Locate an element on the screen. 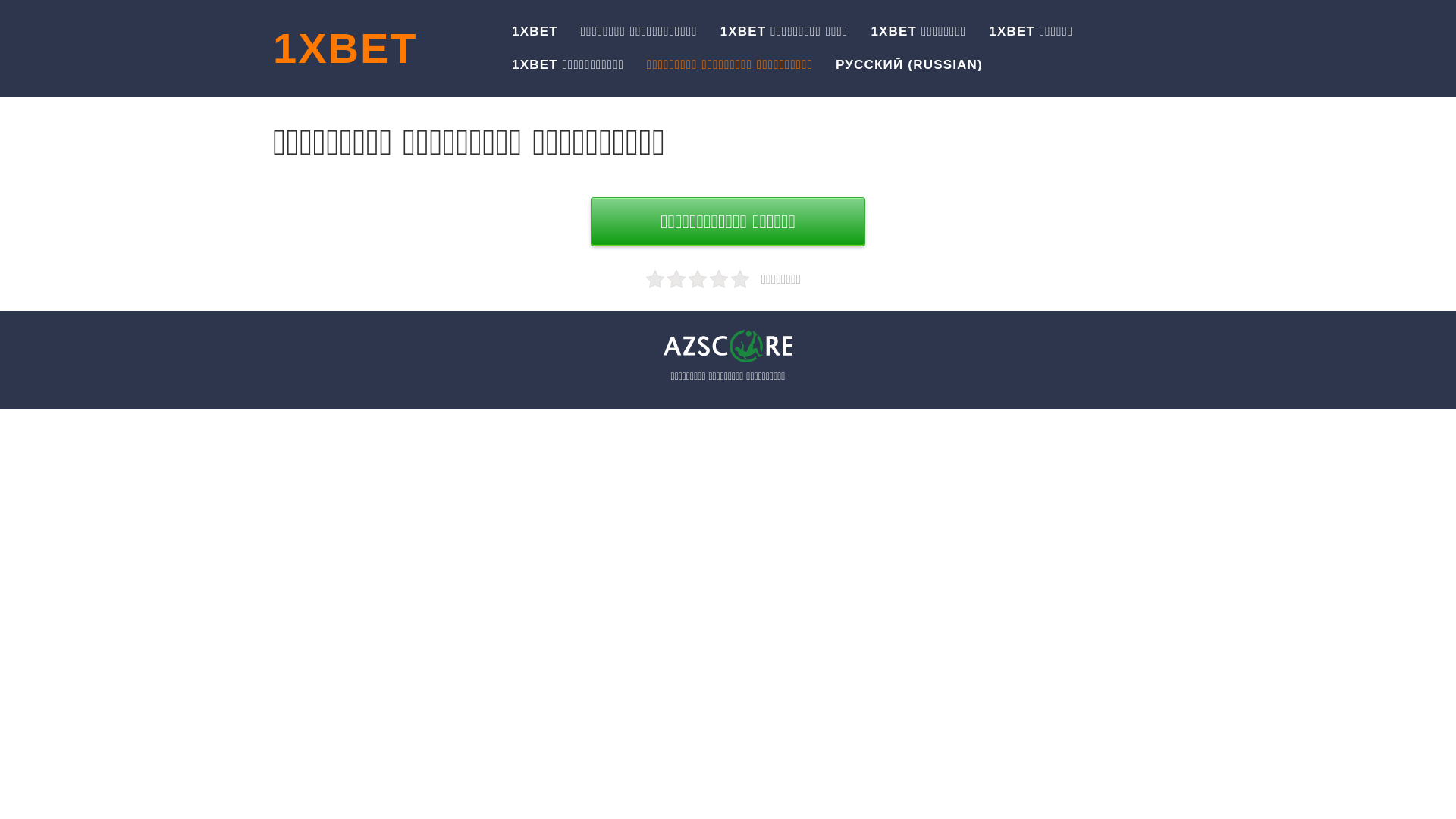 Image resolution: width=1456 pixels, height=819 pixels. '1XBET' is located at coordinates (344, 47).